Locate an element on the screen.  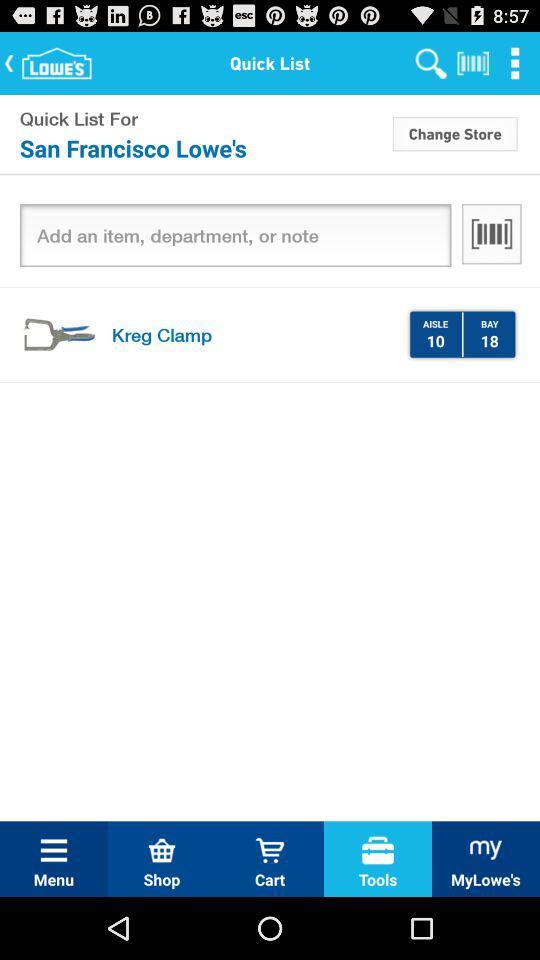
icon next to aisle app is located at coordinates (462, 334).